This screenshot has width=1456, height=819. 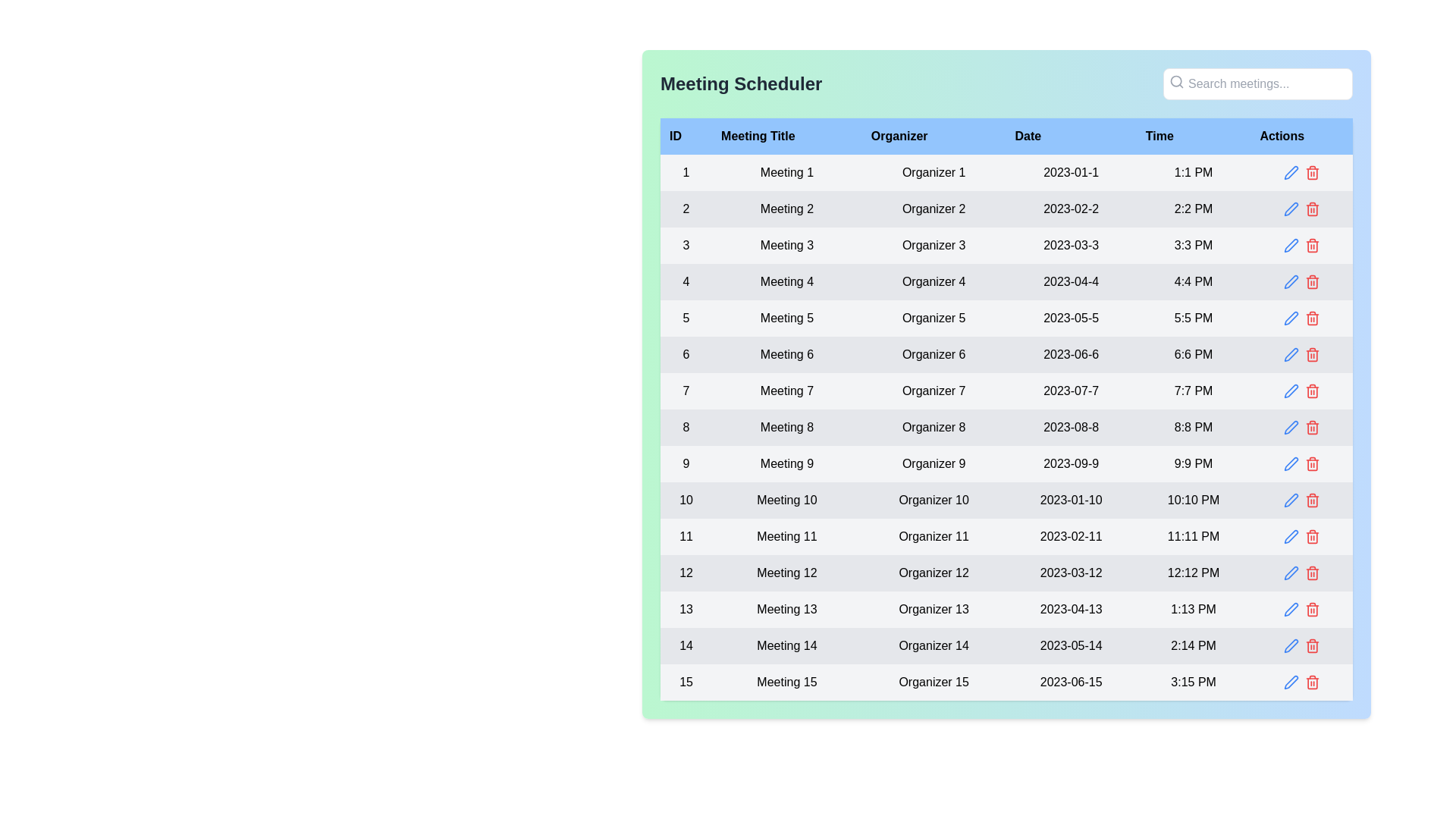 I want to click on the text displaying the title of the ninth meeting in the meeting schedule for accessibility, so click(x=786, y=463).